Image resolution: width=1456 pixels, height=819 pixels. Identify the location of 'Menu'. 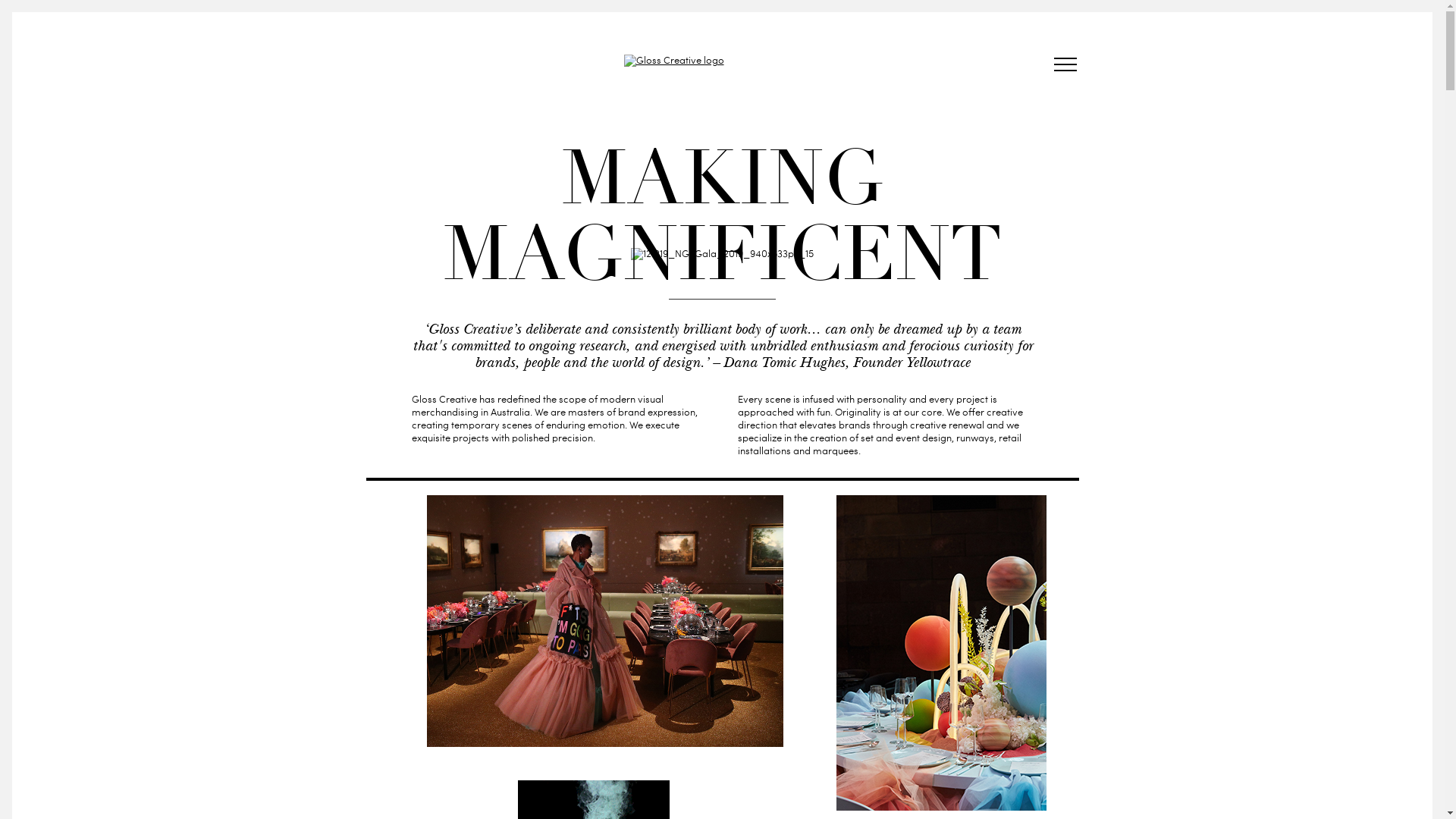
(1063, 66).